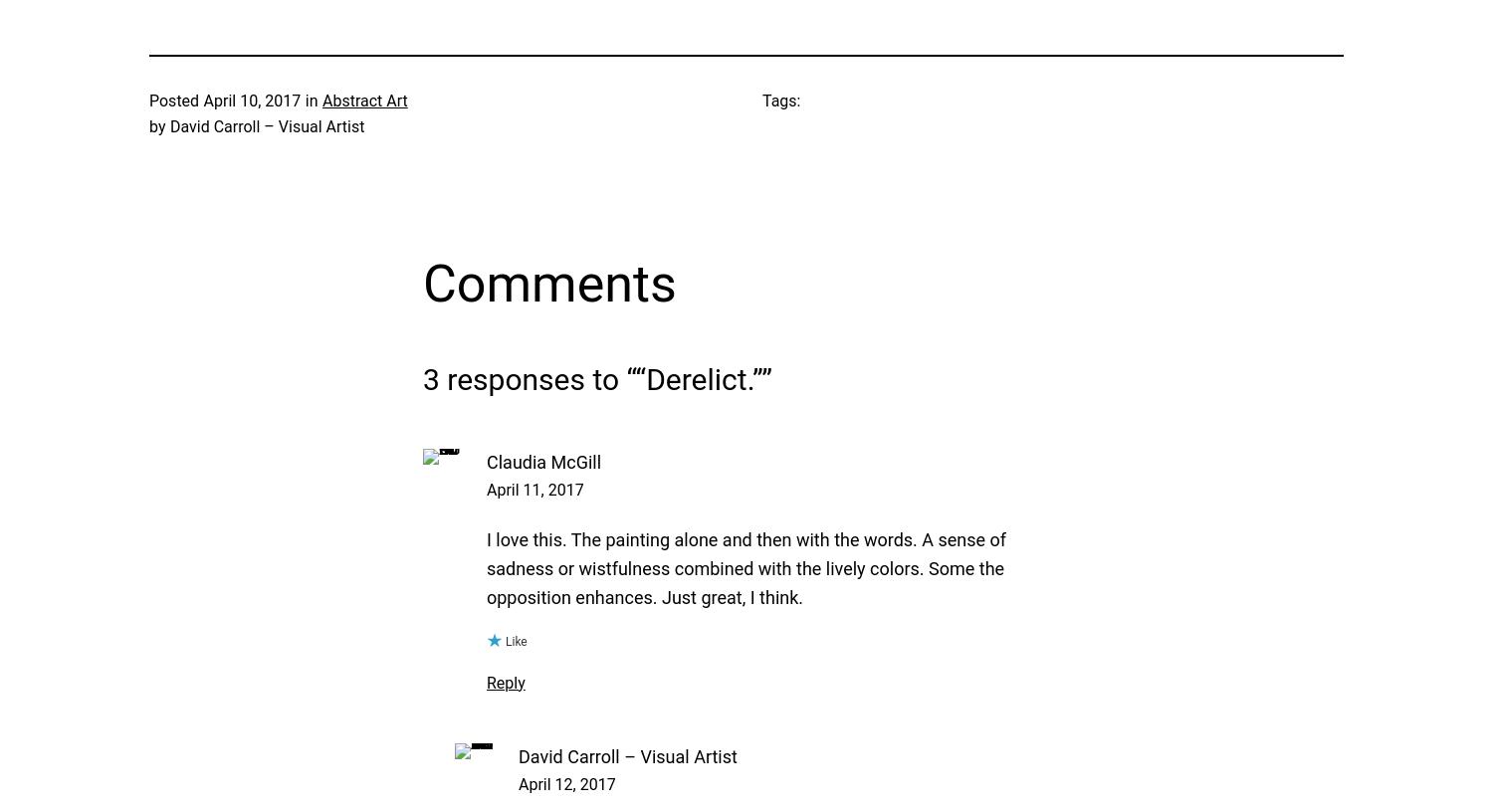 Image resolution: width=1493 pixels, height=812 pixels. I want to click on 'Reply', so click(506, 681).